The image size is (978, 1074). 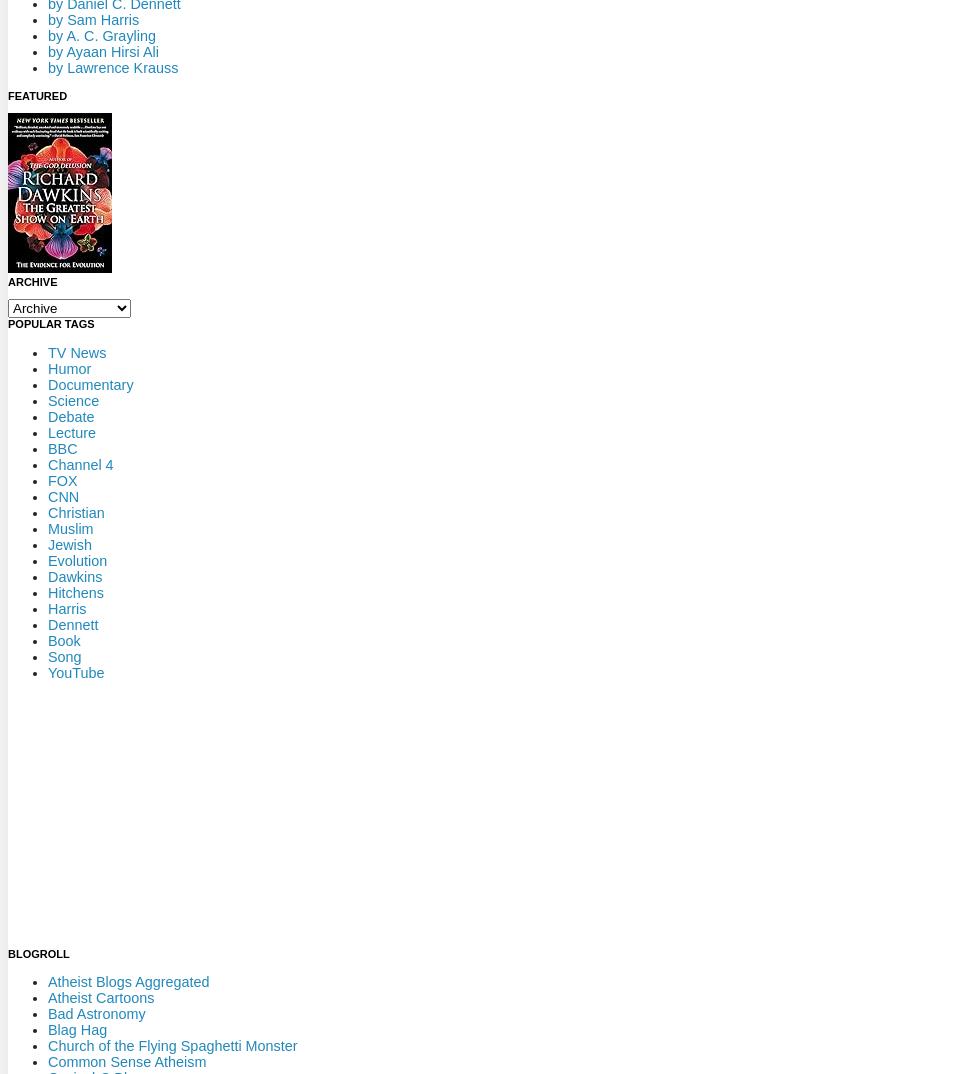 I want to click on 'Featured', so click(x=37, y=96).